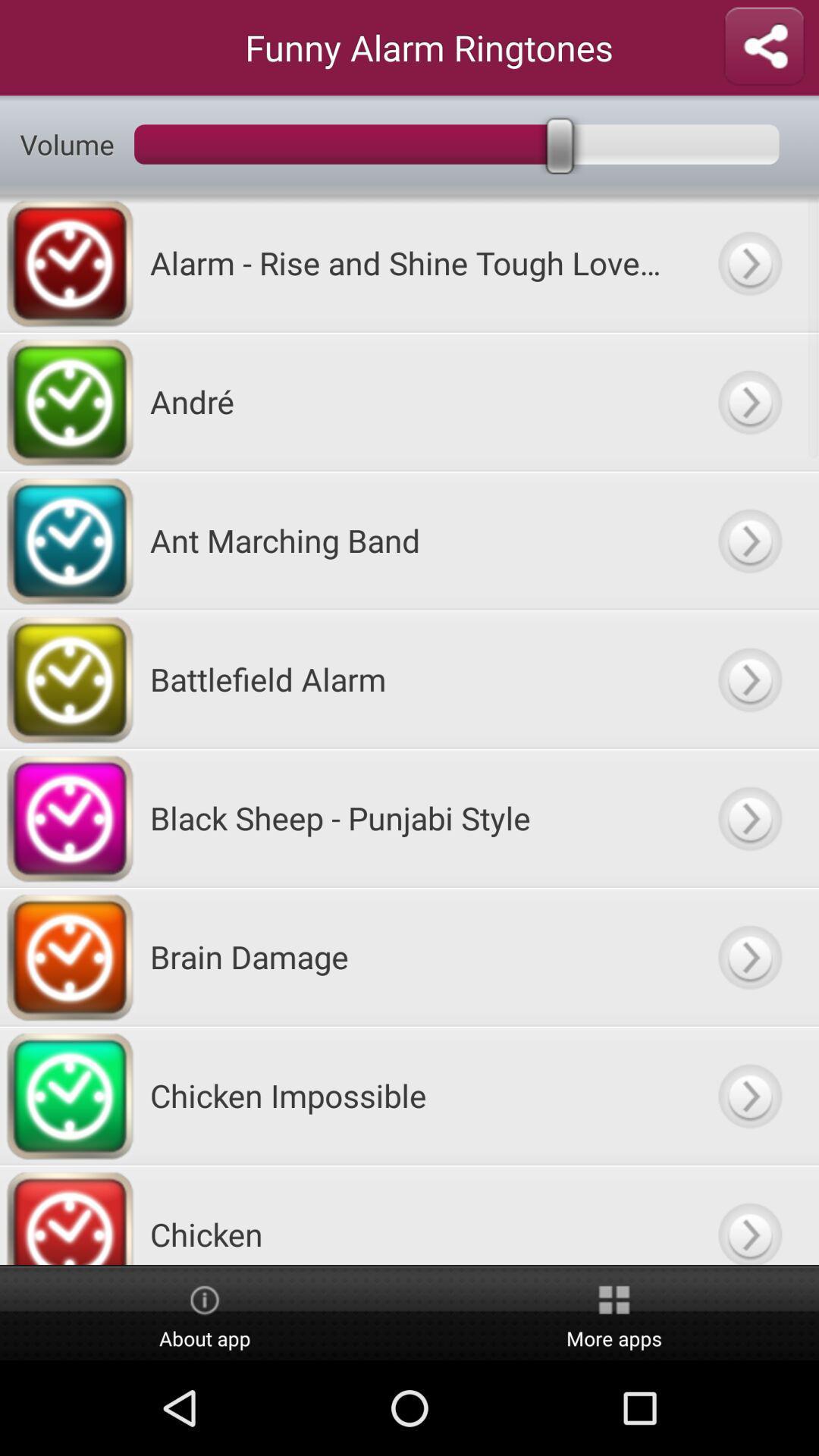 The image size is (819, 1456). What do you see at coordinates (748, 955) in the screenshot?
I see `go back` at bounding box center [748, 955].